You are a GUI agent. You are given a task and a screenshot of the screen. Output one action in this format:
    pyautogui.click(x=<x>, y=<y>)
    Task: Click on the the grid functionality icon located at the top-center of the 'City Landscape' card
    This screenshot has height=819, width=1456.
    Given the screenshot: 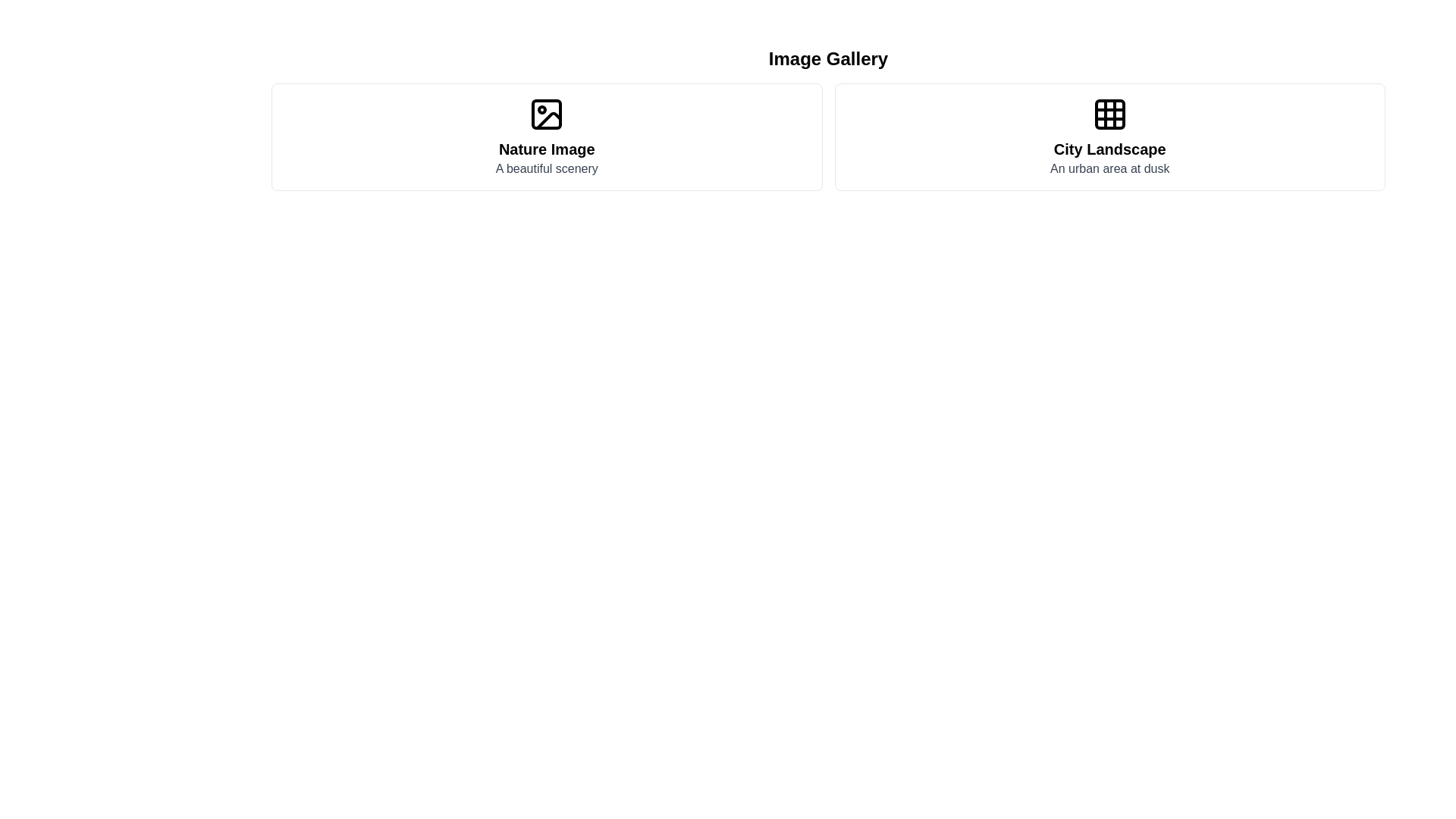 What is the action you would take?
    pyautogui.click(x=1109, y=113)
    